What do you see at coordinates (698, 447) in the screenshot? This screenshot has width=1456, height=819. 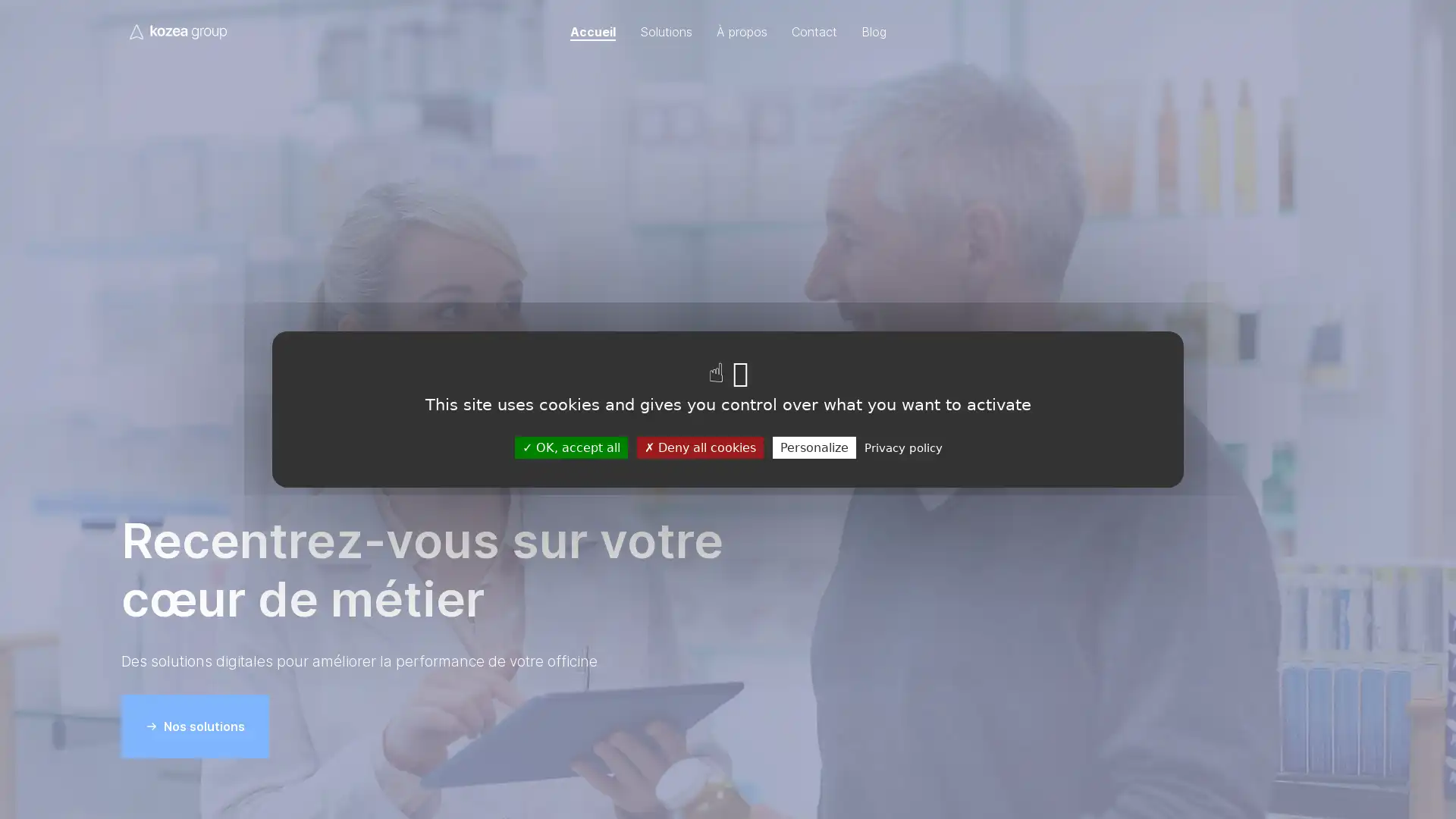 I see `Deny all cookies` at bounding box center [698, 447].